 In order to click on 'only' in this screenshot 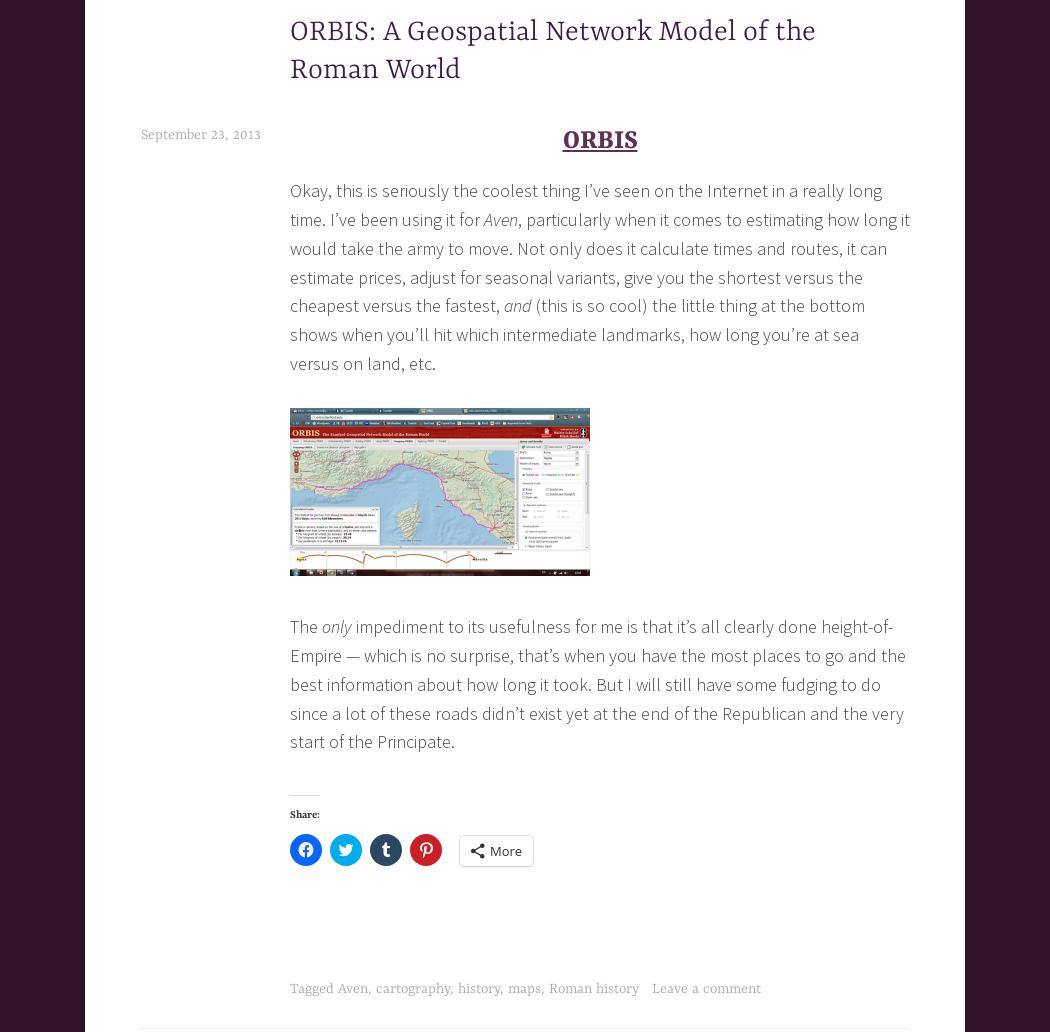, I will do `click(337, 626)`.